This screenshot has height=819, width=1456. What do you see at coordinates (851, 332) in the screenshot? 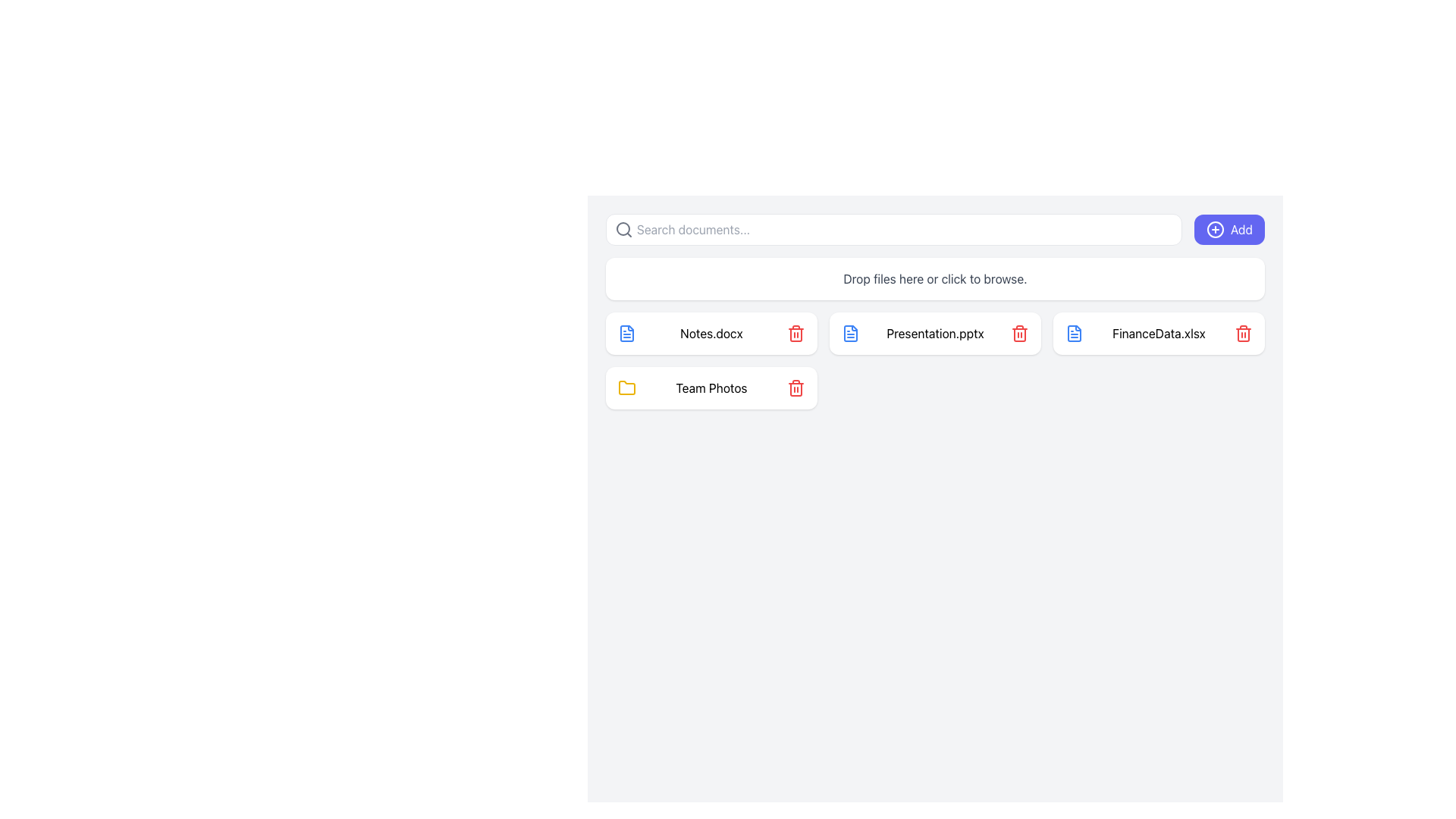
I see `the blue-colored file-like icon styled as an outlined document located to the left of the 'Presentation.pptx' text` at bounding box center [851, 332].